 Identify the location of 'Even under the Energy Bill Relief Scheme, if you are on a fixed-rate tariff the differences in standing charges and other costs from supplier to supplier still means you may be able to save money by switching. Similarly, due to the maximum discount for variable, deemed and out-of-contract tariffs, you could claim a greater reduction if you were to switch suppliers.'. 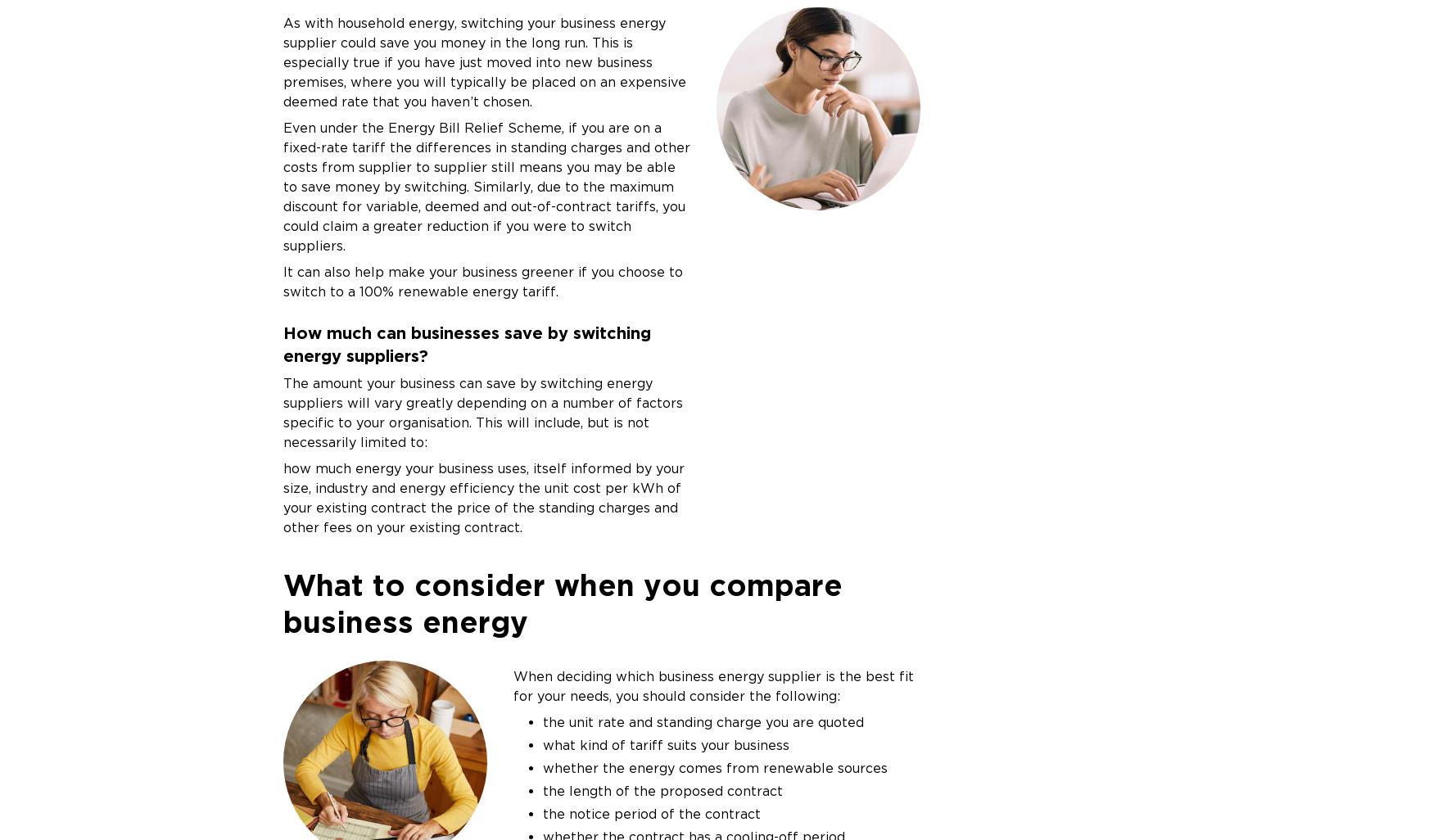
(486, 186).